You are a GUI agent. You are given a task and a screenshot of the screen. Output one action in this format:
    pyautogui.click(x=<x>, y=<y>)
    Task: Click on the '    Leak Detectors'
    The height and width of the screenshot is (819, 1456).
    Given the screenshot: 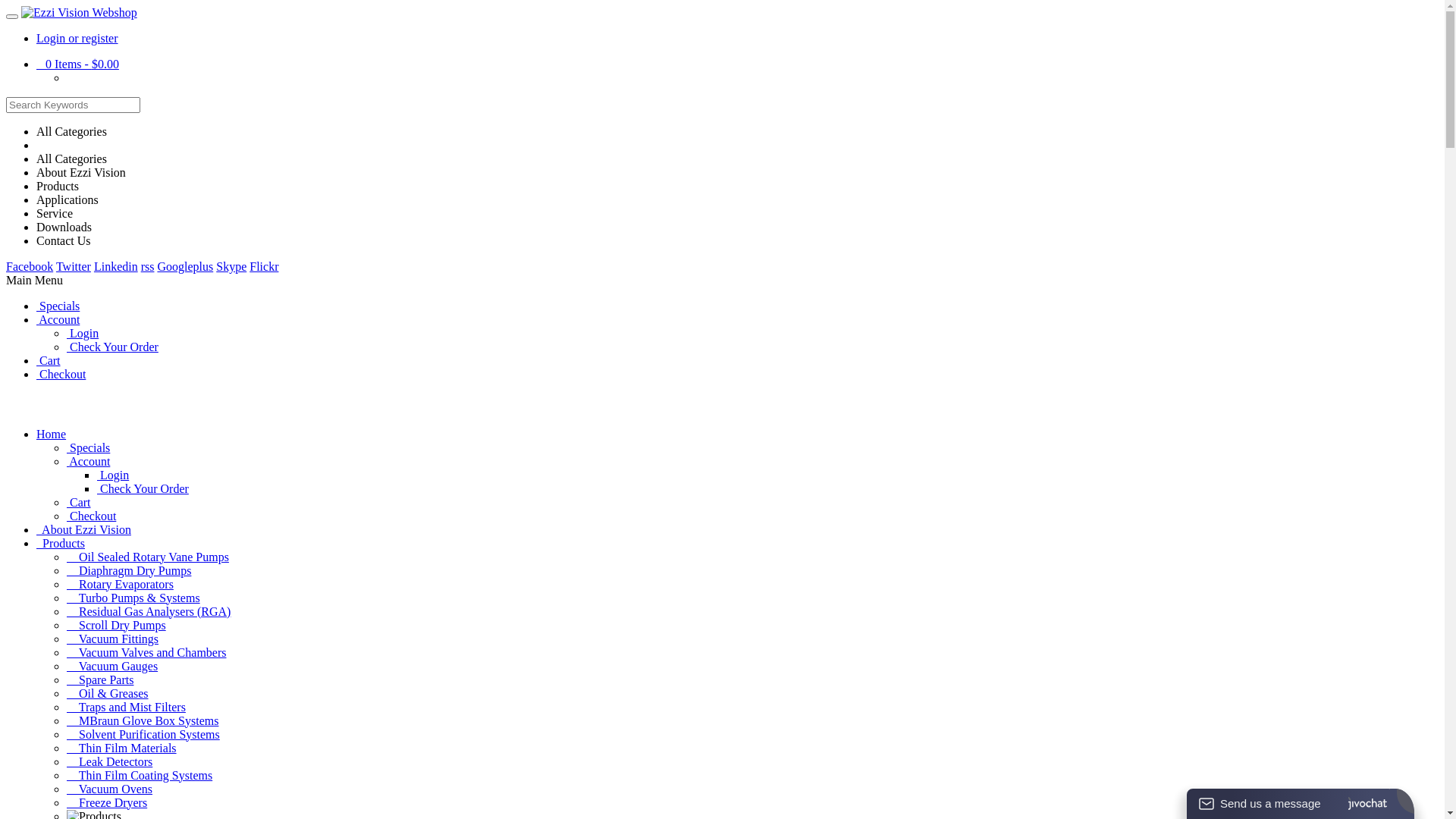 What is the action you would take?
    pyautogui.click(x=108, y=761)
    